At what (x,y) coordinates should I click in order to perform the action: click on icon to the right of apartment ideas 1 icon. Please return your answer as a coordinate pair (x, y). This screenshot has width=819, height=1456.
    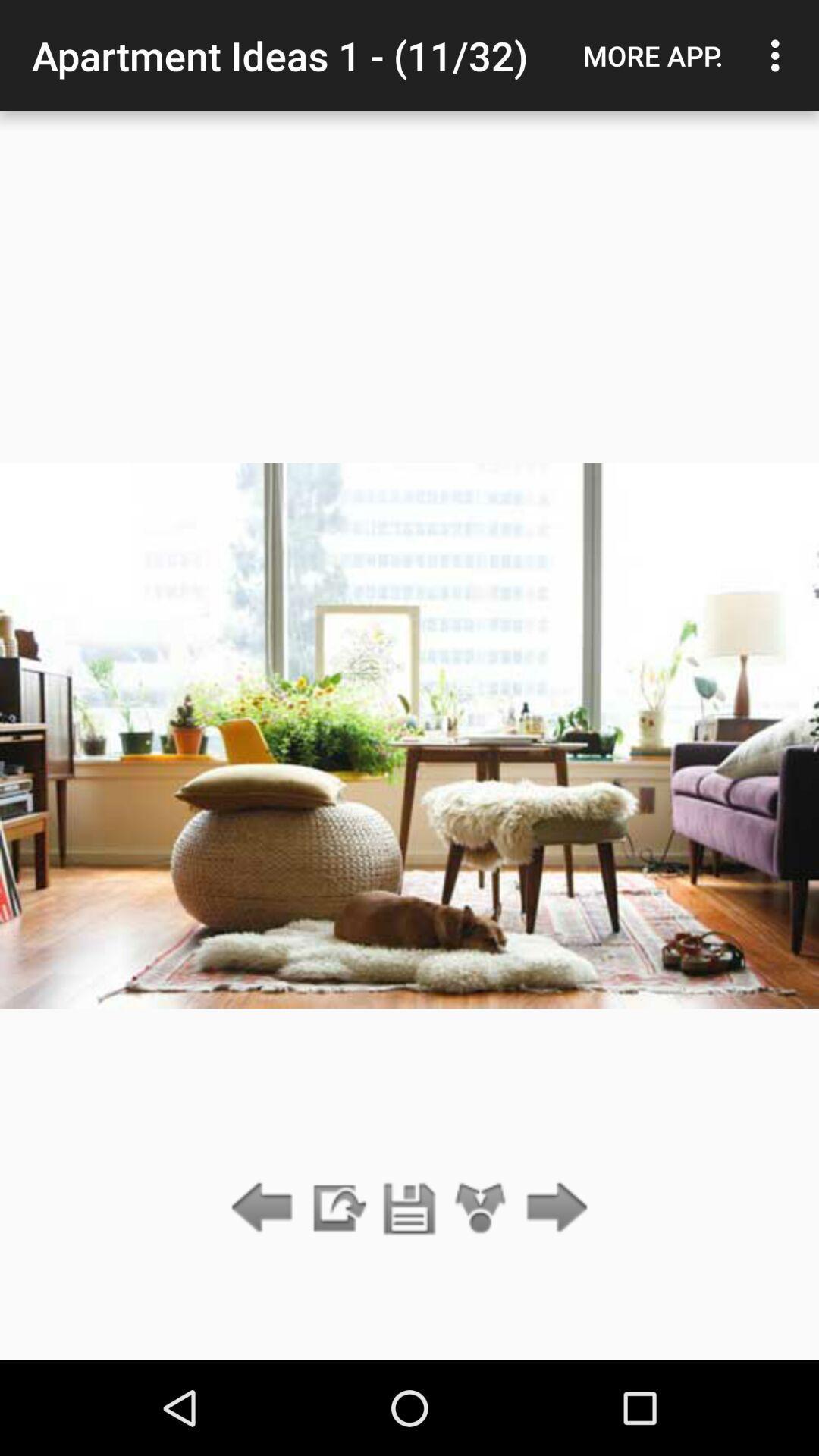
    Looking at the image, I should click on (652, 55).